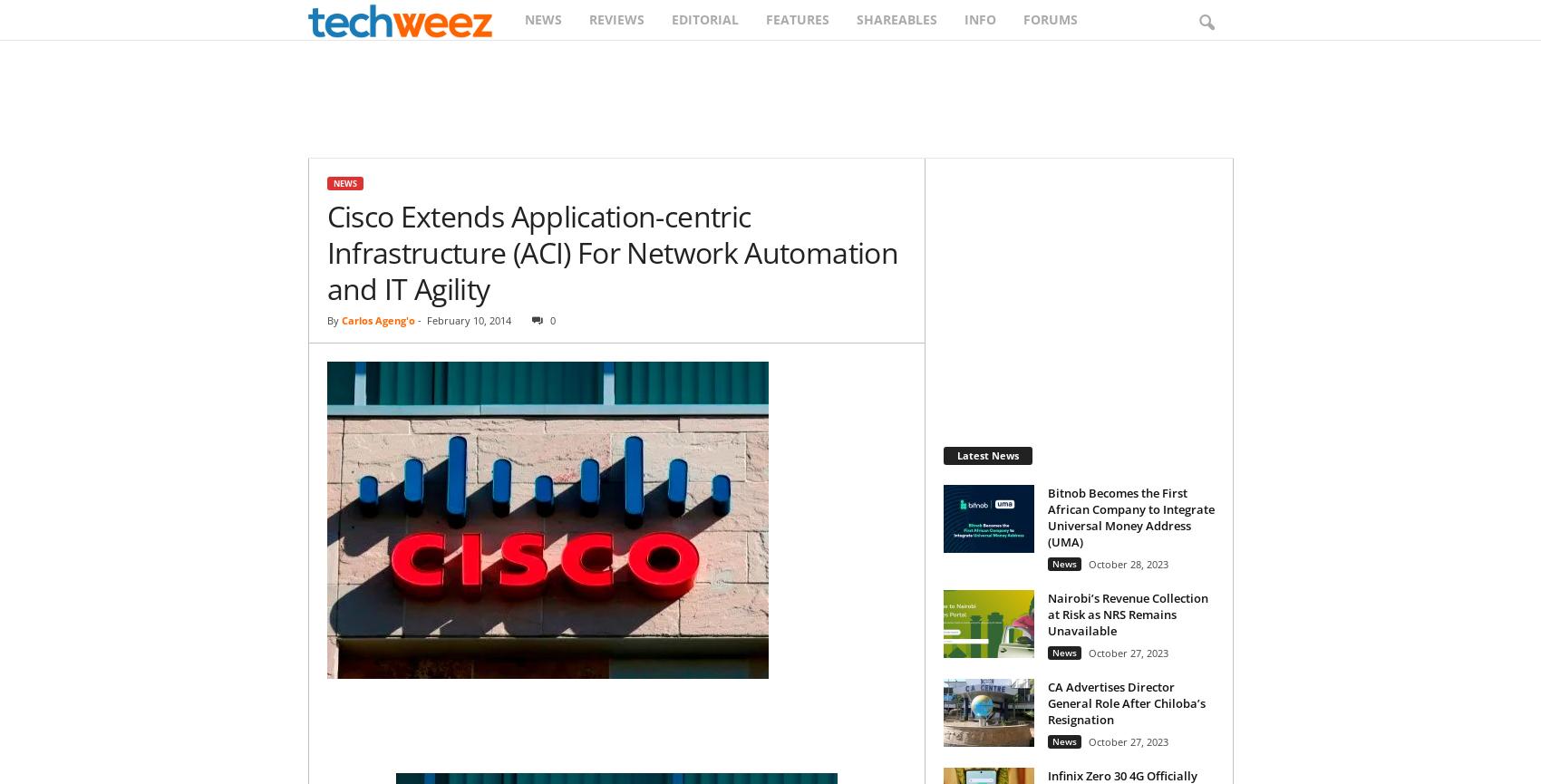 Image resolution: width=1541 pixels, height=784 pixels. I want to click on '-', so click(417, 320).